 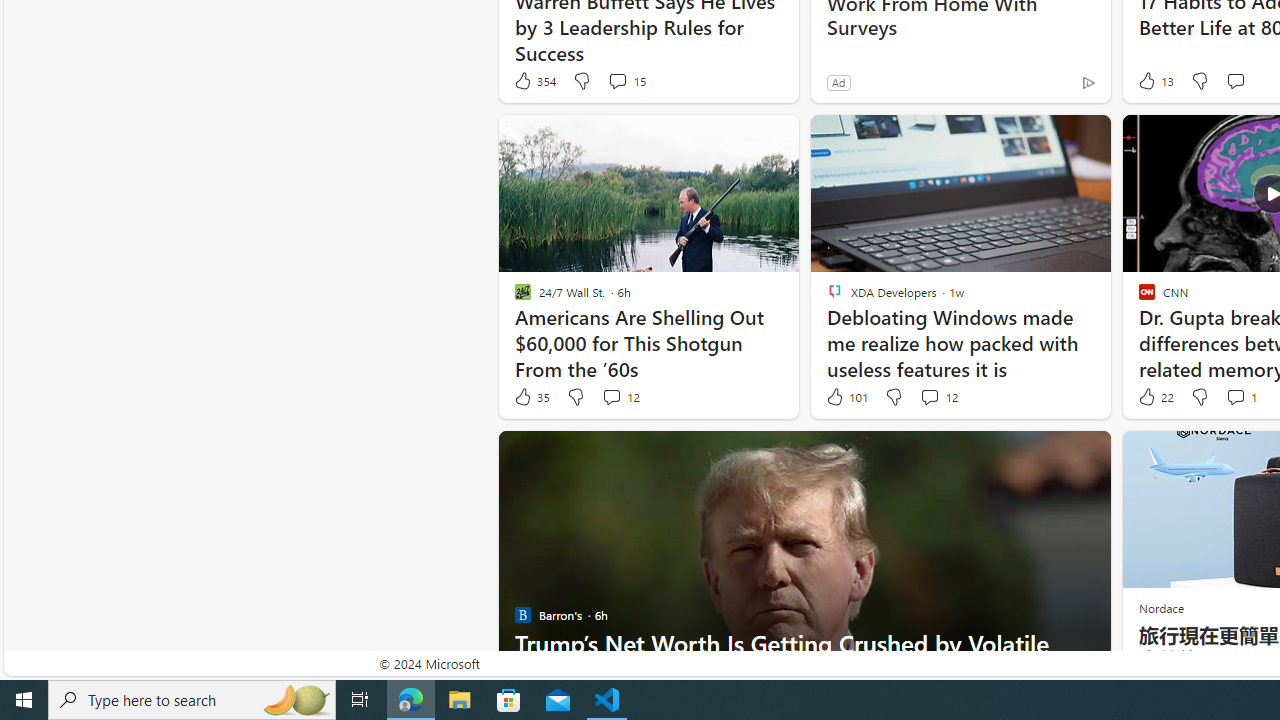 I want to click on '22 Like', so click(x=1154, y=397).